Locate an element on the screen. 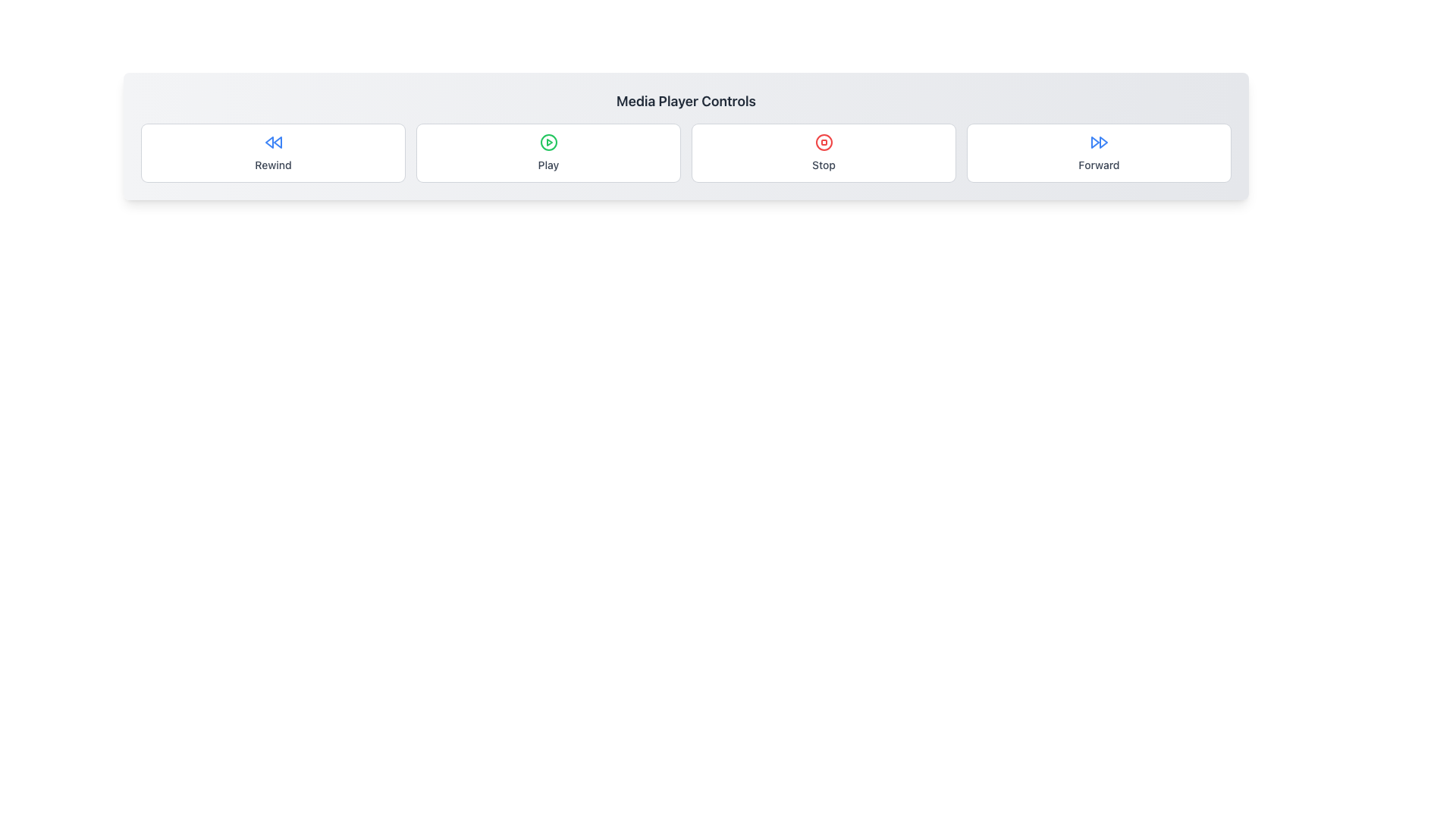 Image resolution: width=1456 pixels, height=819 pixels. the green circular play icon located in the media control interface is located at coordinates (548, 143).